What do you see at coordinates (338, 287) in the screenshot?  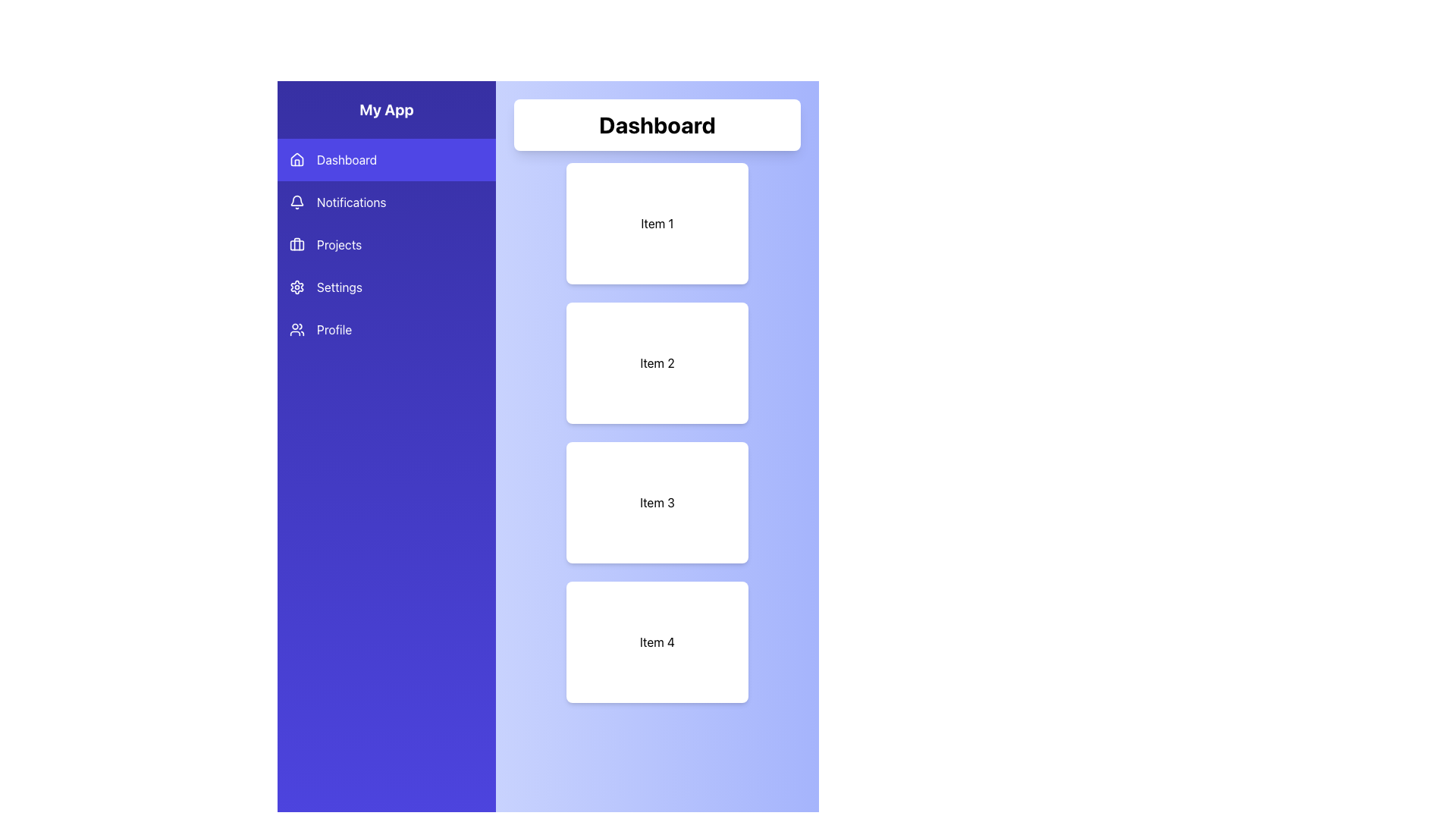 I see `the 'Settings' static text label in the vertical navigation sidebar, which is the fourth option below 'Projects' and above 'Profile'` at bounding box center [338, 287].